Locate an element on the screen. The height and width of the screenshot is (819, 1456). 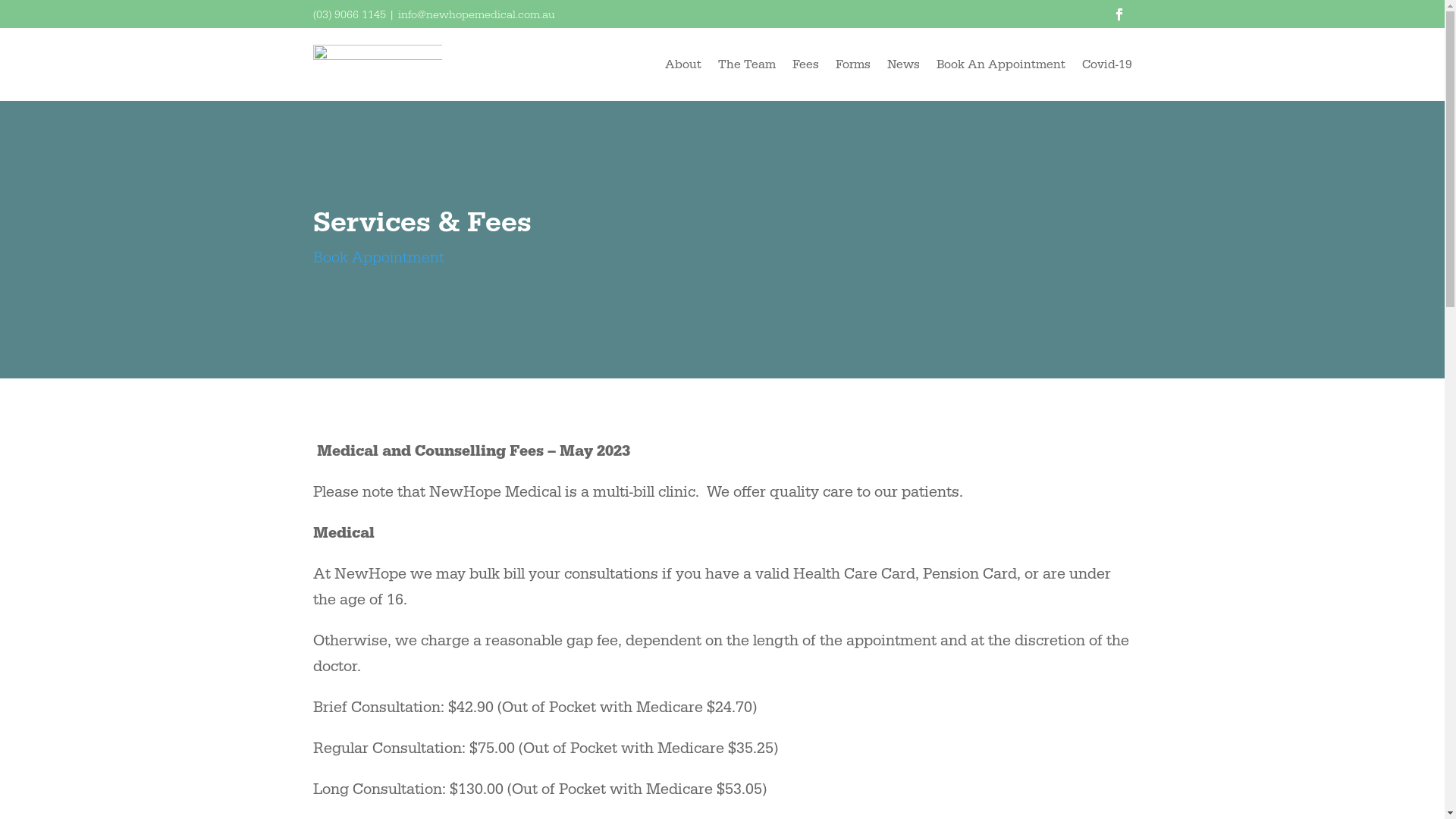
'News' is located at coordinates (903, 63).